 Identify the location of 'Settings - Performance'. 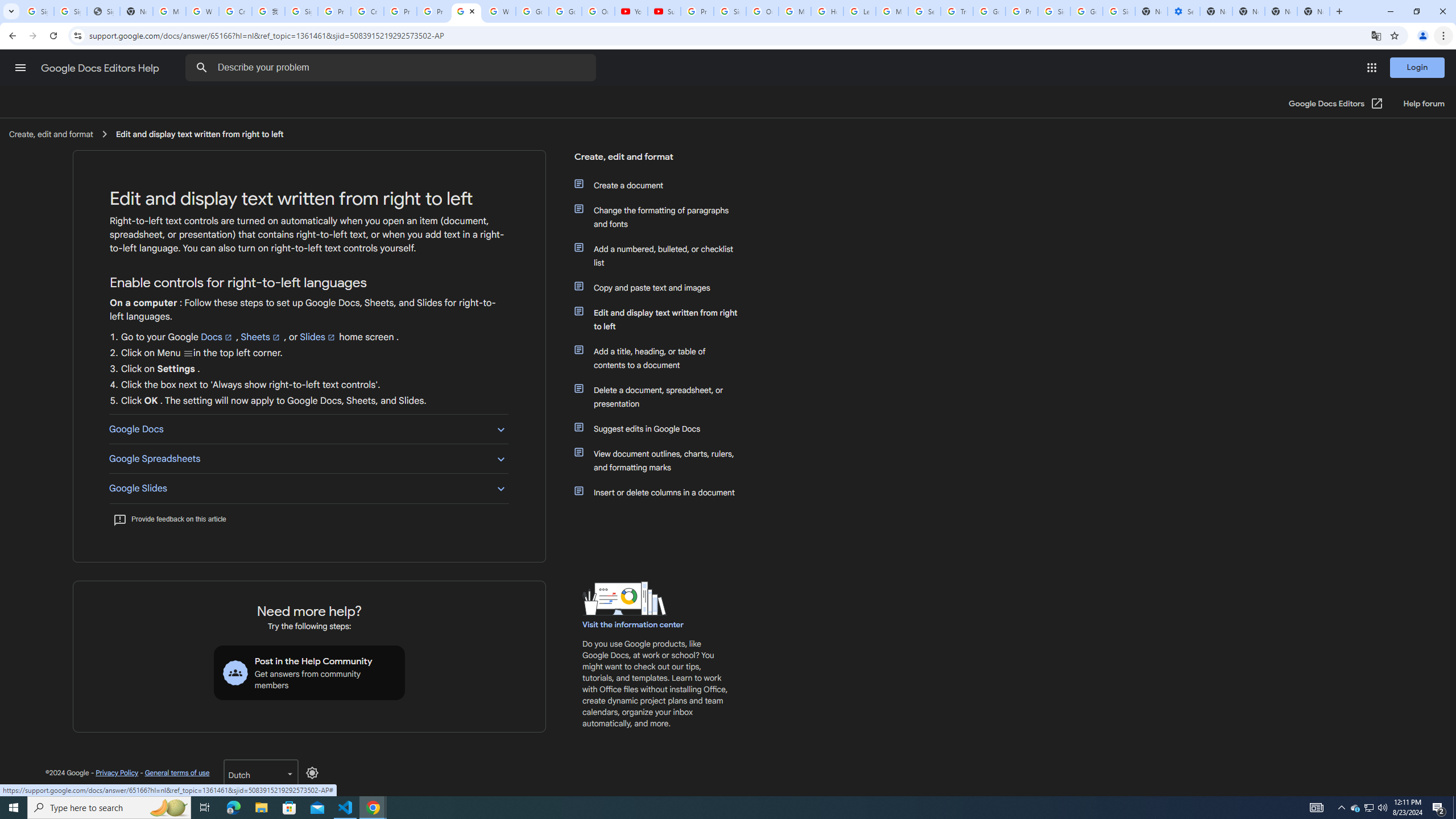
(1183, 11).